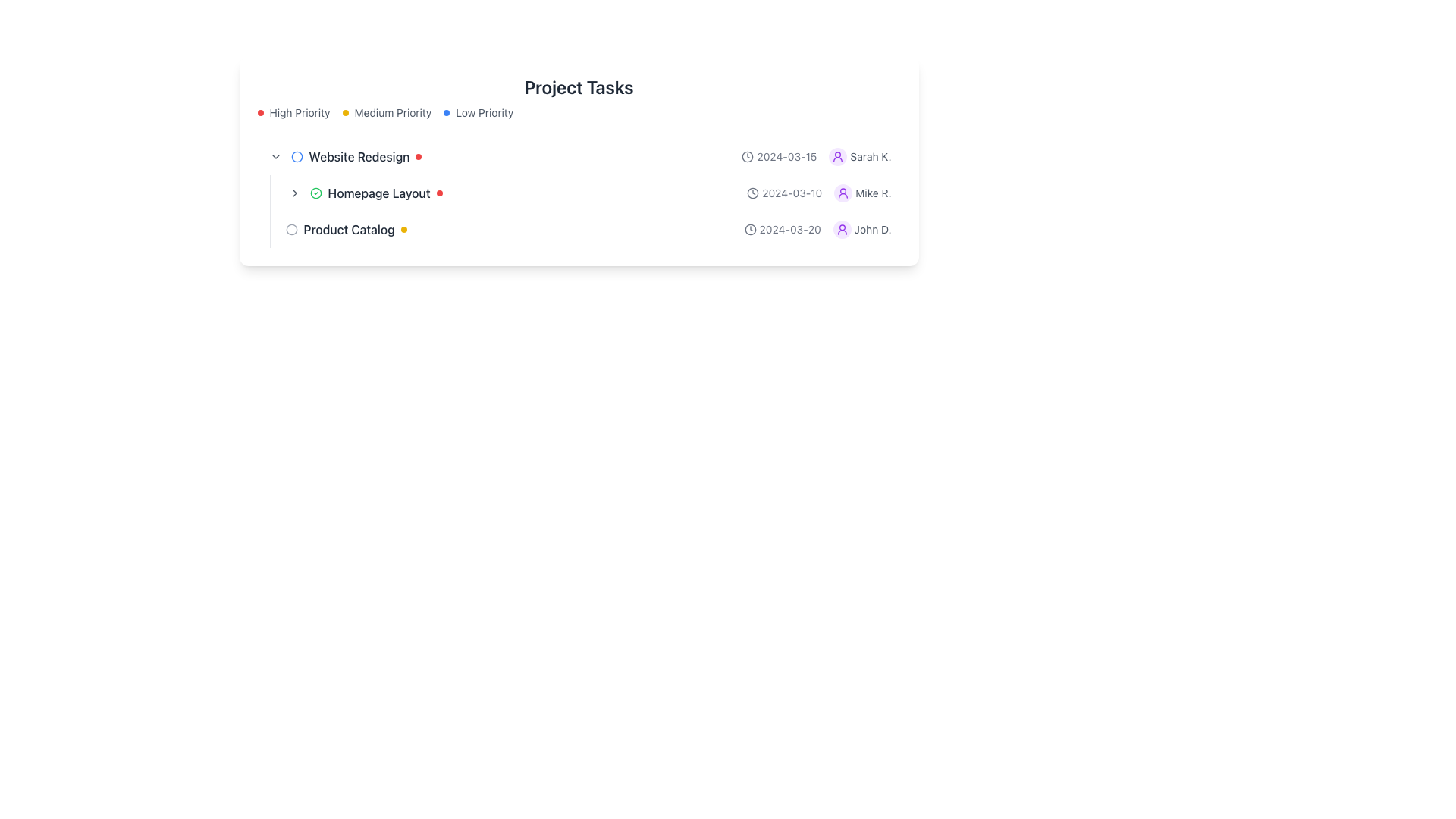  What do you see at coordinates (291, 230) in the screenshot?
I see `the circular graphical element with a light gray shade, located adjacent to the text 'Website Redesign'` at bounding box center [291, 230].